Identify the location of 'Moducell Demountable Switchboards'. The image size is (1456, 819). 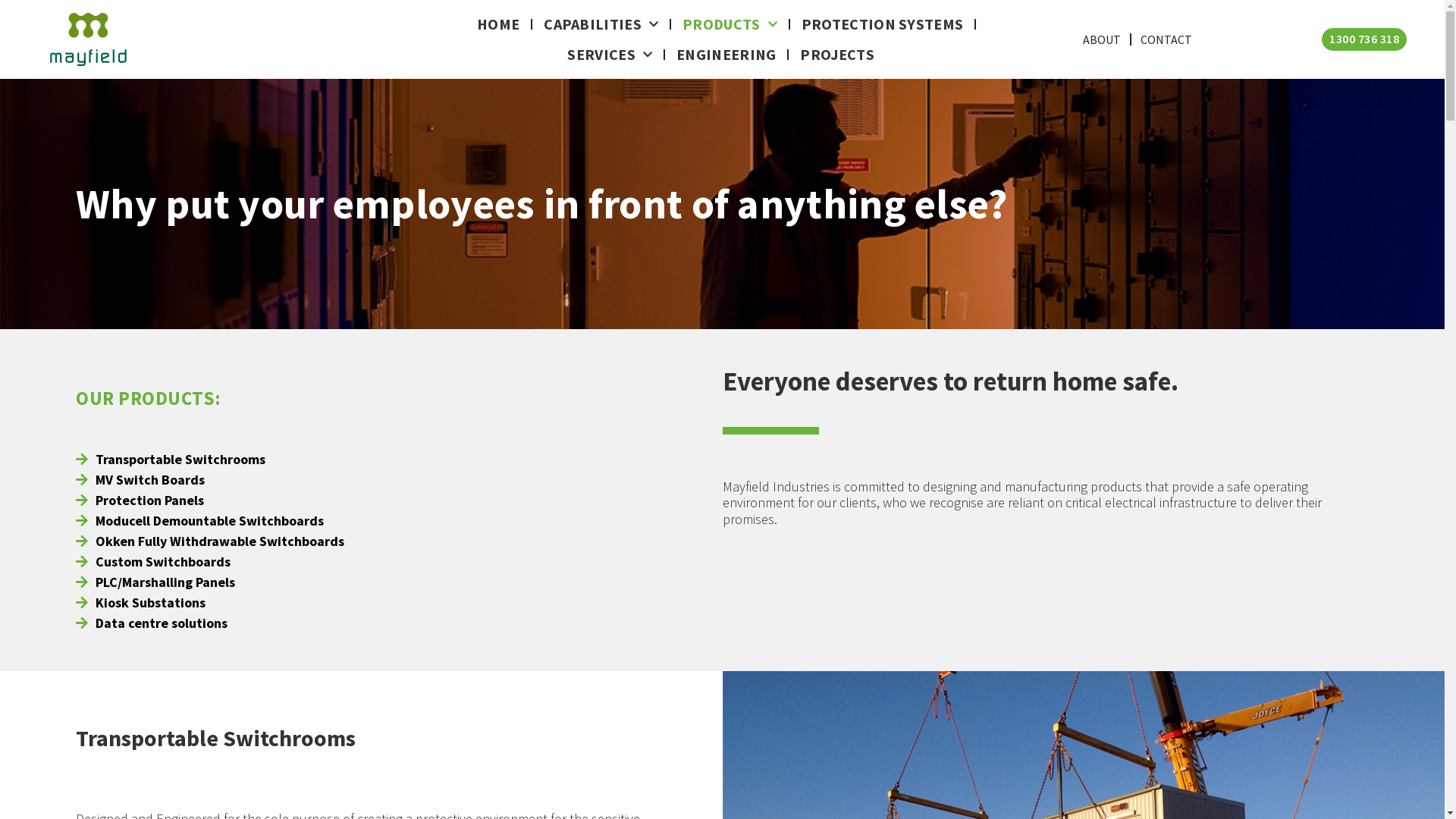
(209, 519).